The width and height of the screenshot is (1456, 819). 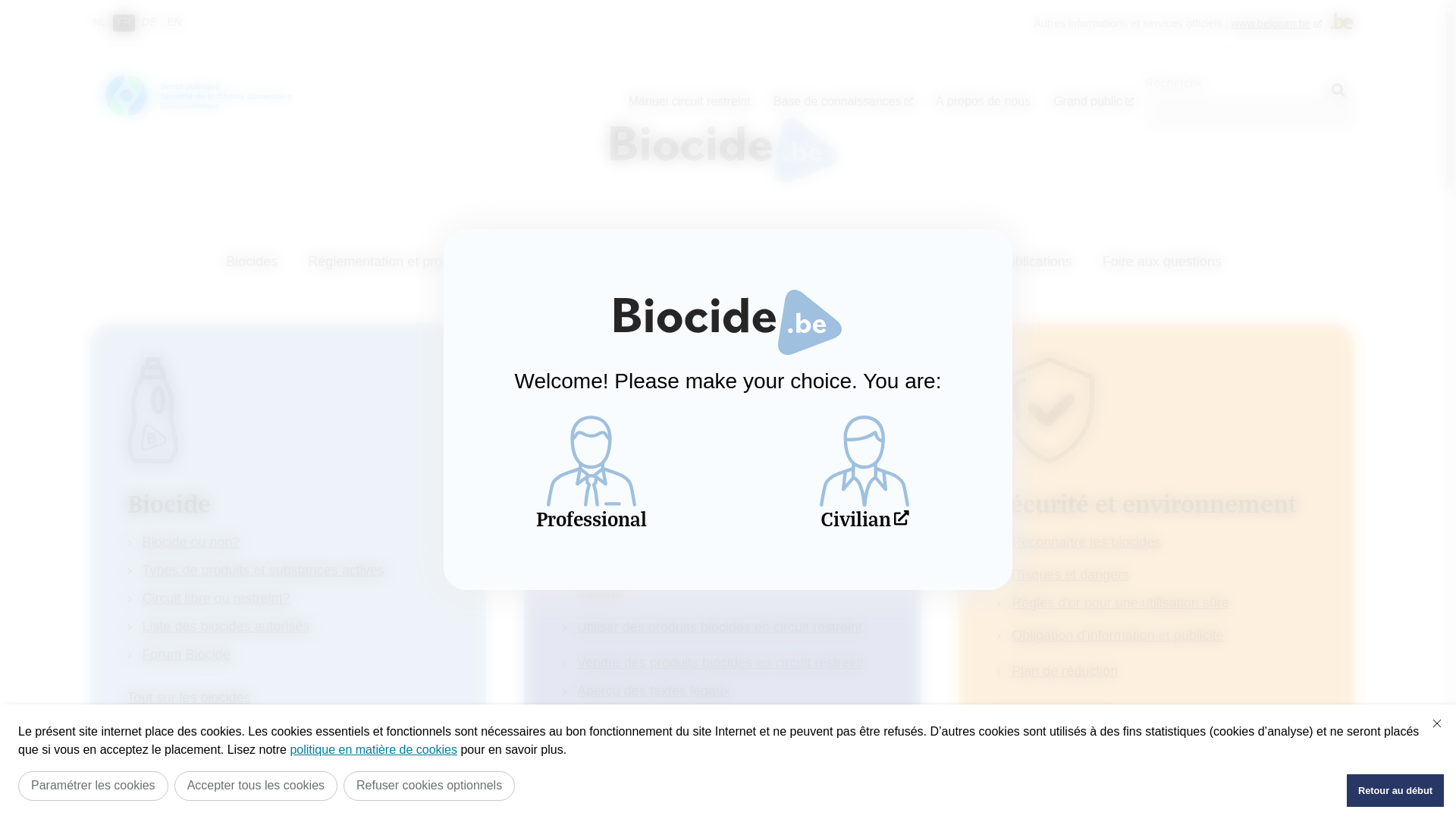 I want to click on 'Base de connaissances', so click(x=761, y=102).